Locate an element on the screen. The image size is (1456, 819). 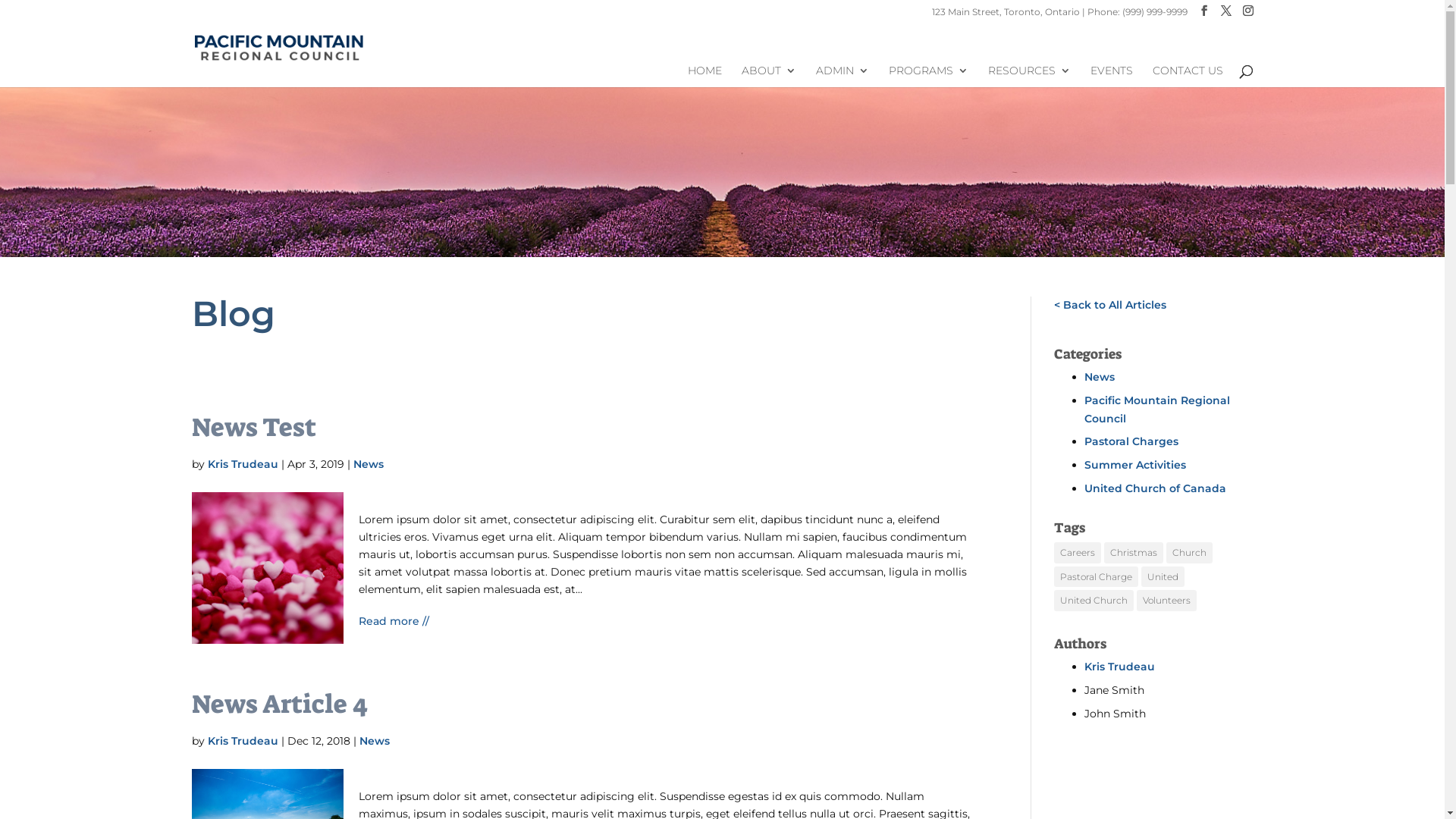
'< Back to All Articles' is located at coordinates (1110, 304).